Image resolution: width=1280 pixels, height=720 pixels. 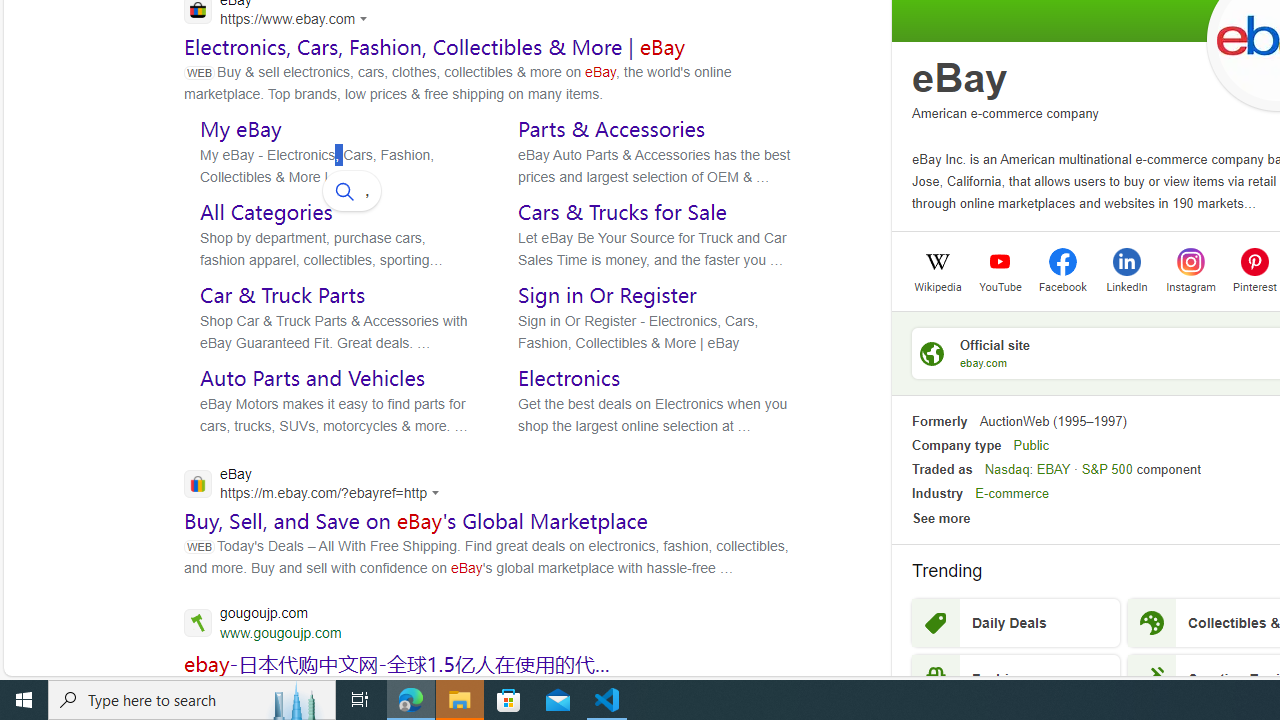 What do you see at coordinates (936, 493) in the screenshot?
I see `'Industry'` at bounding box center [936, 493].